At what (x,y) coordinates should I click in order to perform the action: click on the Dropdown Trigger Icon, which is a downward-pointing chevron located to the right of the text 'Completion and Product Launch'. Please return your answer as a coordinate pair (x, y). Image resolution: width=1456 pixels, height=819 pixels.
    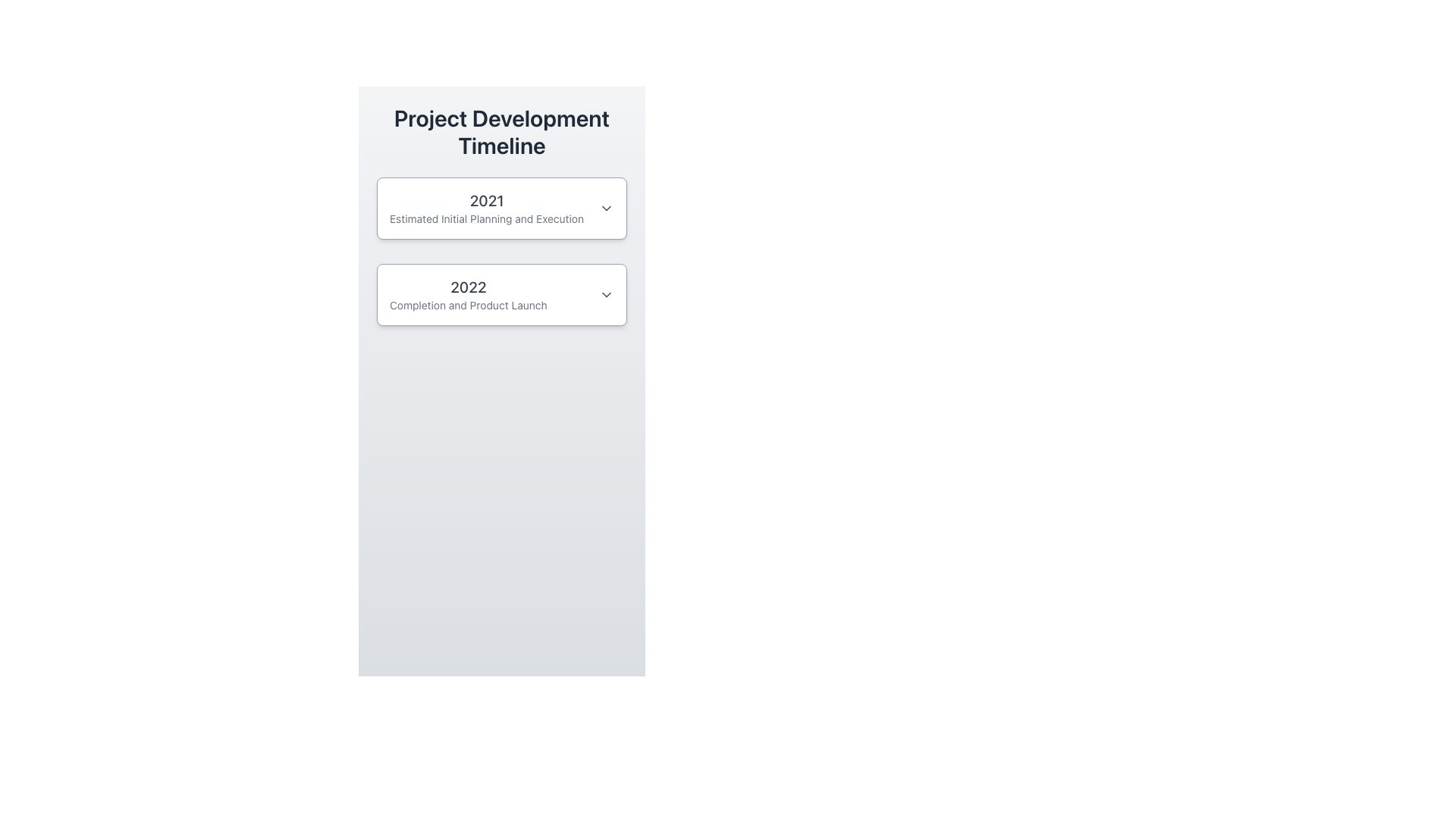
    Looking at the image, I should click on (607, 295).